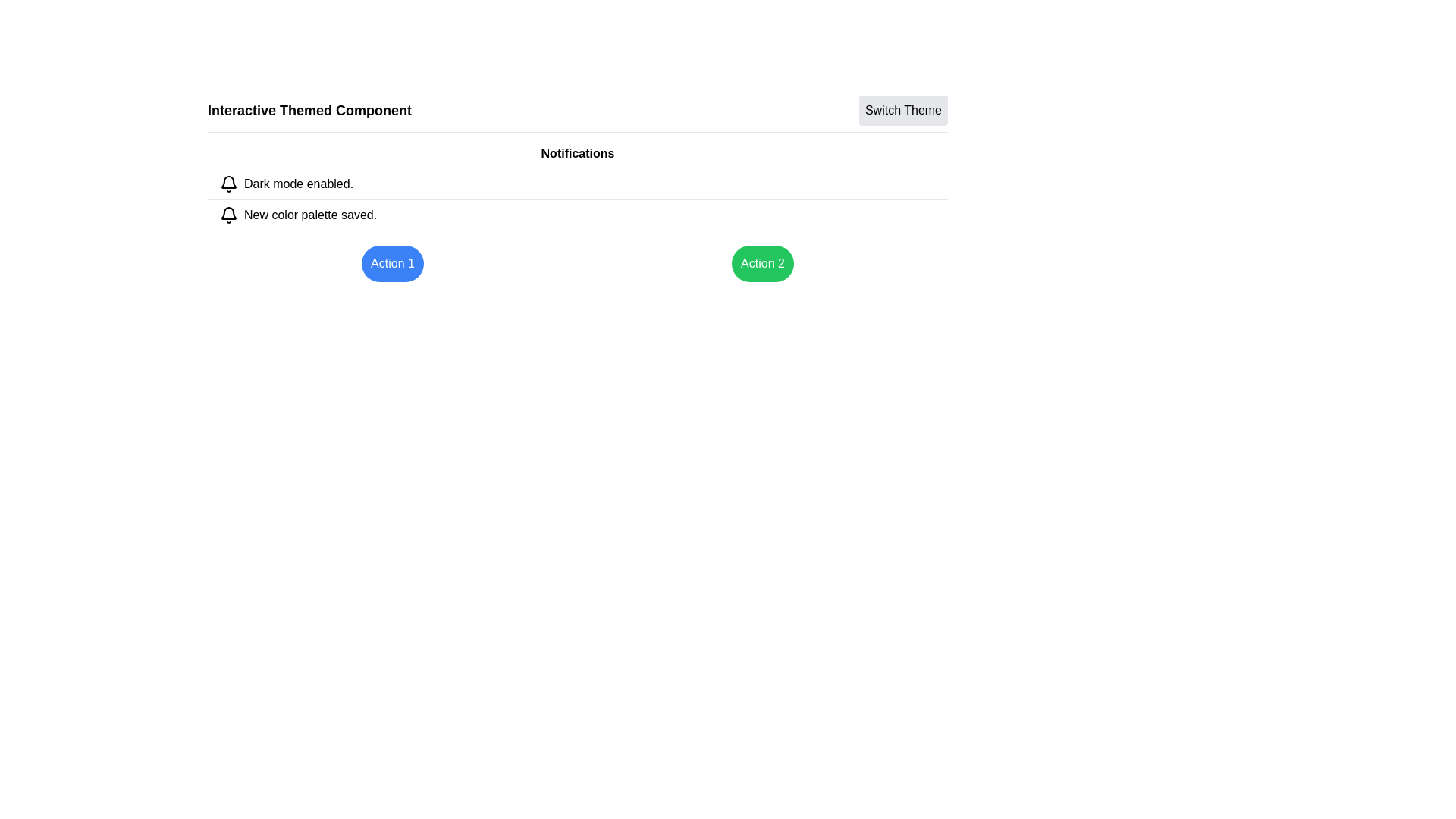 Image resolution: width=1456 pixels, height=819 pixels. I want to click on the black outlined bell icon located in the 'Notifications' section, which precedes the text 'Dark mode enabled.', so click(228, 184).